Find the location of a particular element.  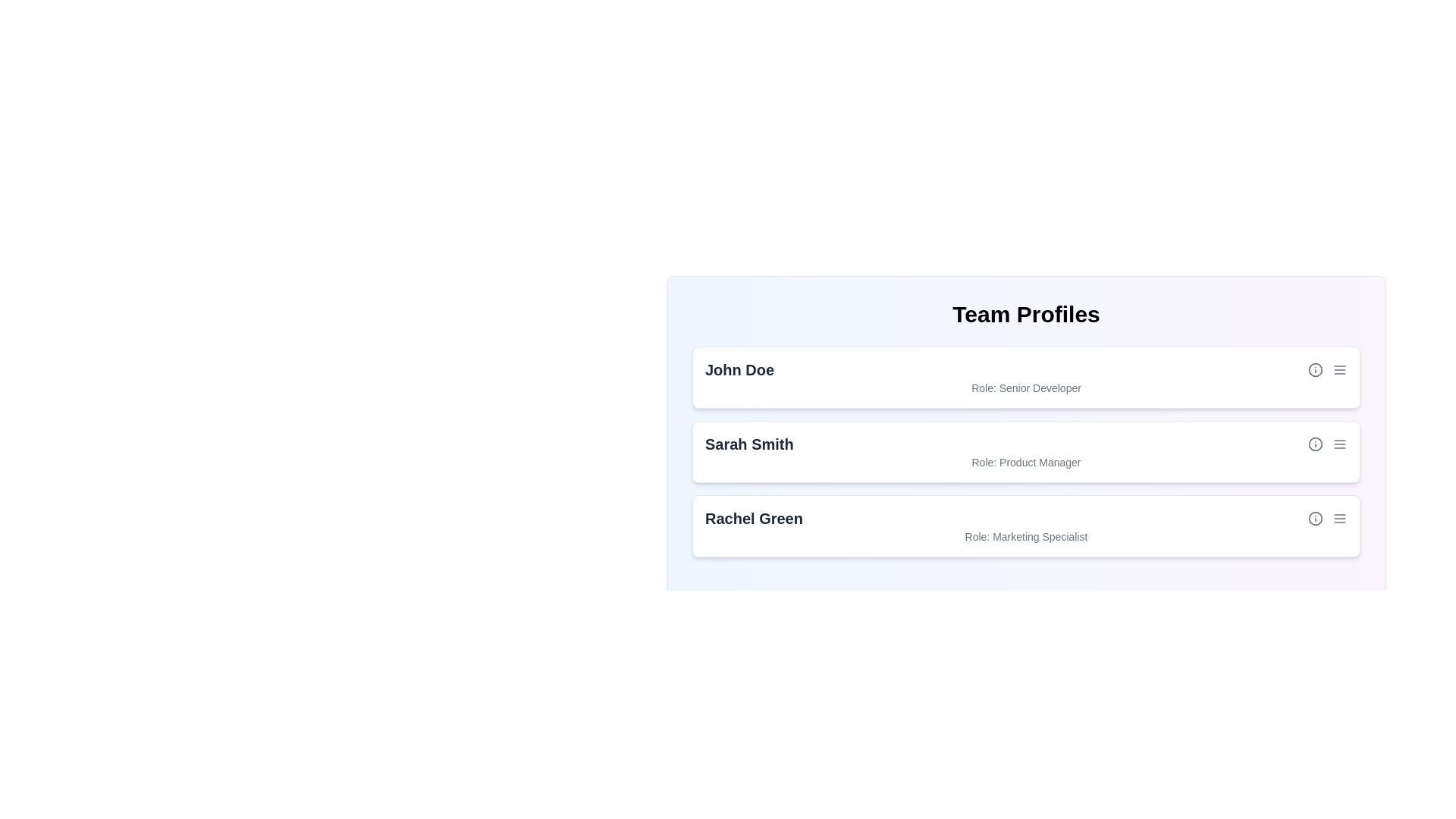

the second profile card in the team profiles list, which is positioned below 'John Doe' and above 'Rachel Green' is located at coordinates (1026, 451).